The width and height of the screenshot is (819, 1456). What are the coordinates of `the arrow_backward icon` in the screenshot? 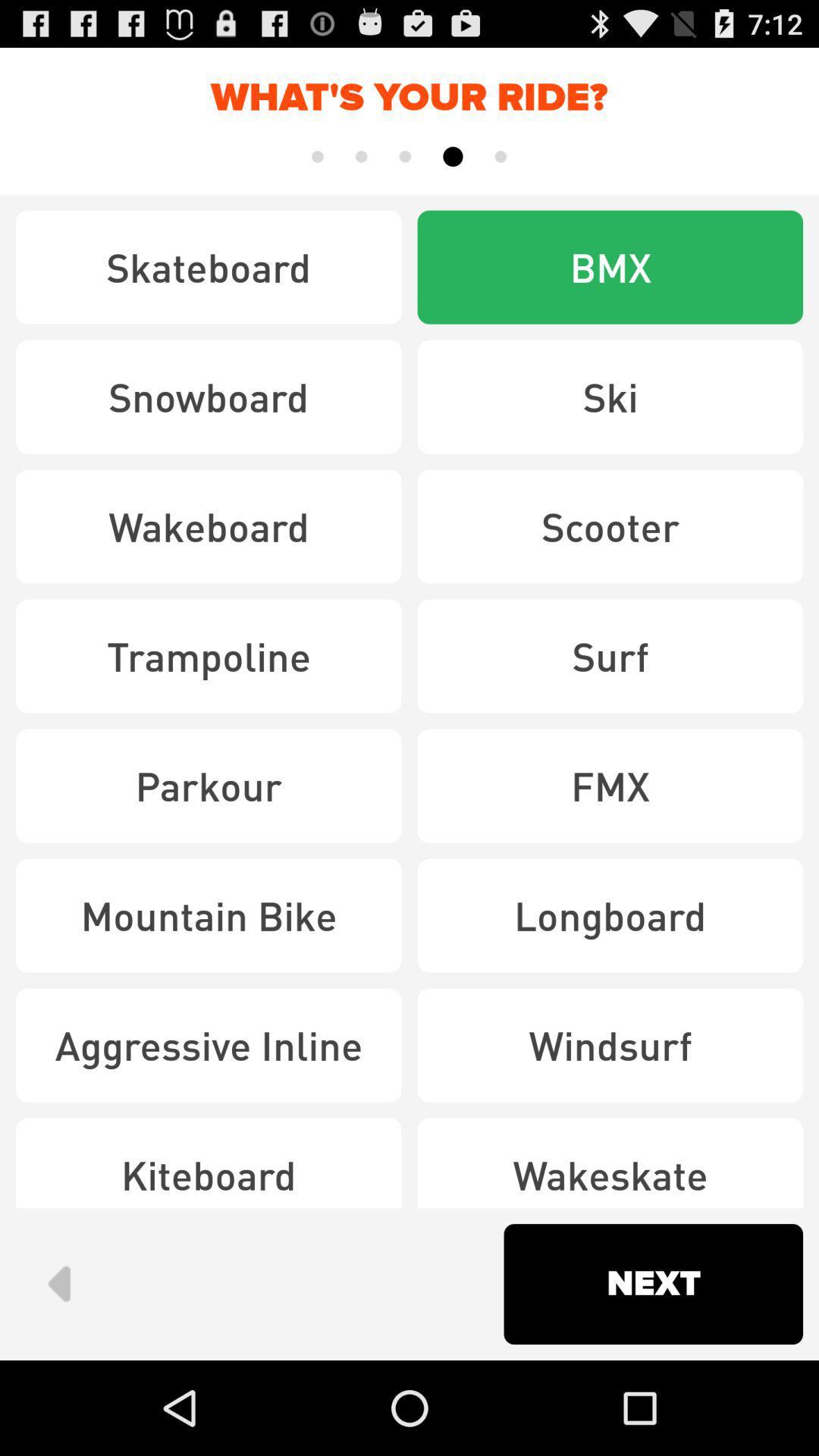 It's located at (58, 1374).